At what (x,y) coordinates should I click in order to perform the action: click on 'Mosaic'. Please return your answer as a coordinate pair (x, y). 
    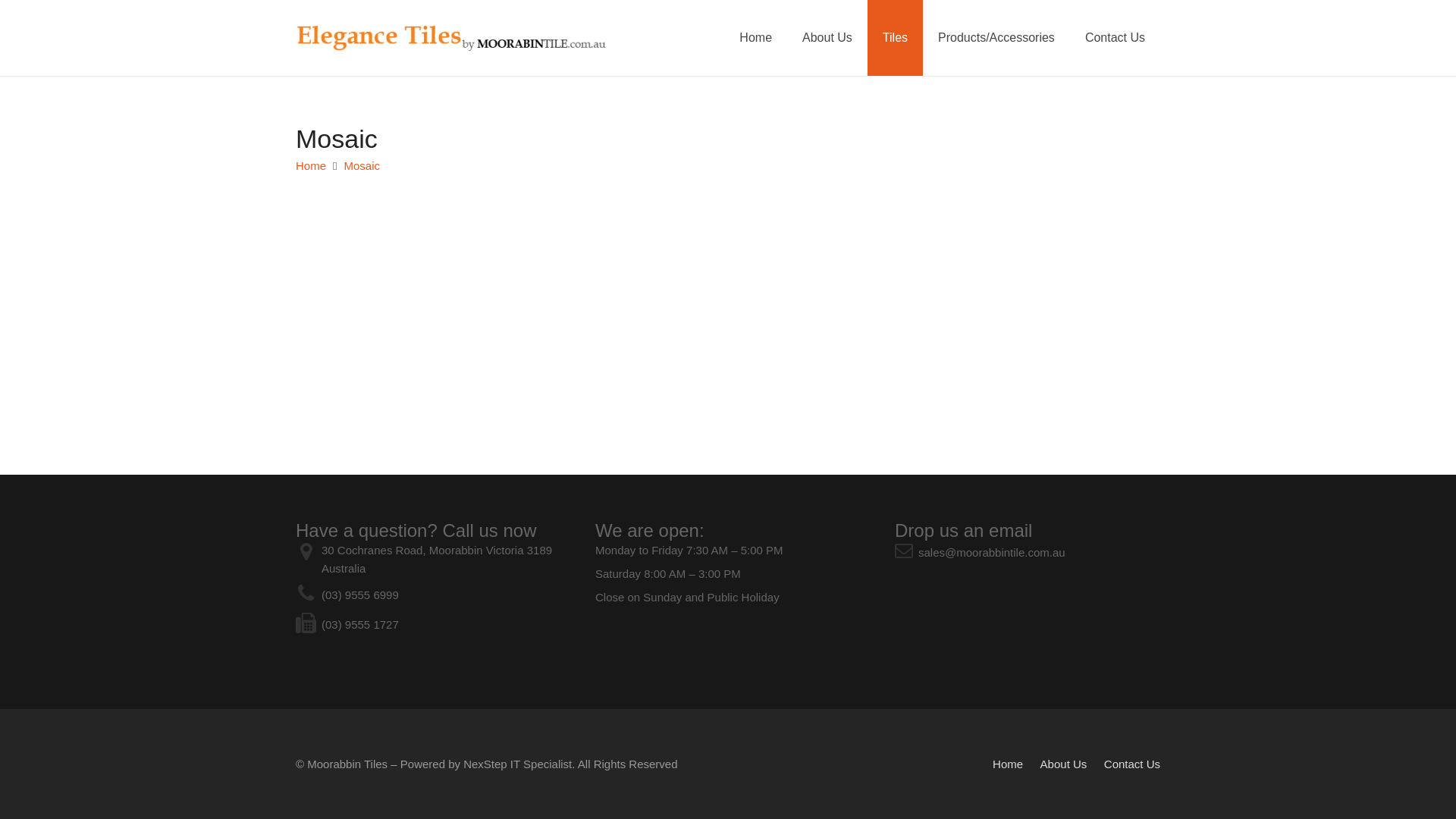
    Looking at the image, I should click on (362, 165).